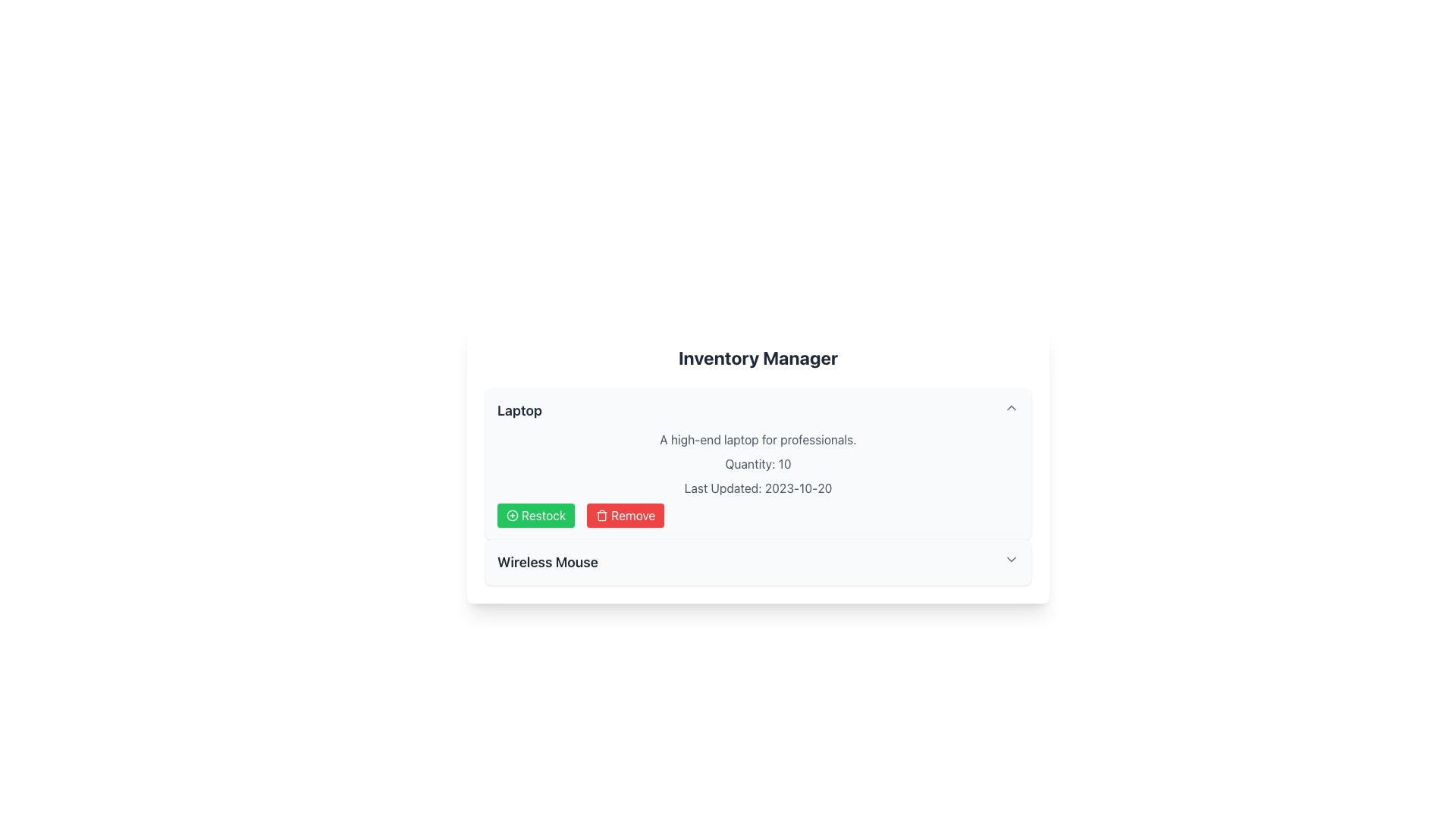 The height and width of the screenshot is (819, 1456). What do you see at coordinates (758, 439) in the screenshot?
I see `the descriptive text element reading 'A high-end laptop for professionals.'` at bounding box center [758, 439].